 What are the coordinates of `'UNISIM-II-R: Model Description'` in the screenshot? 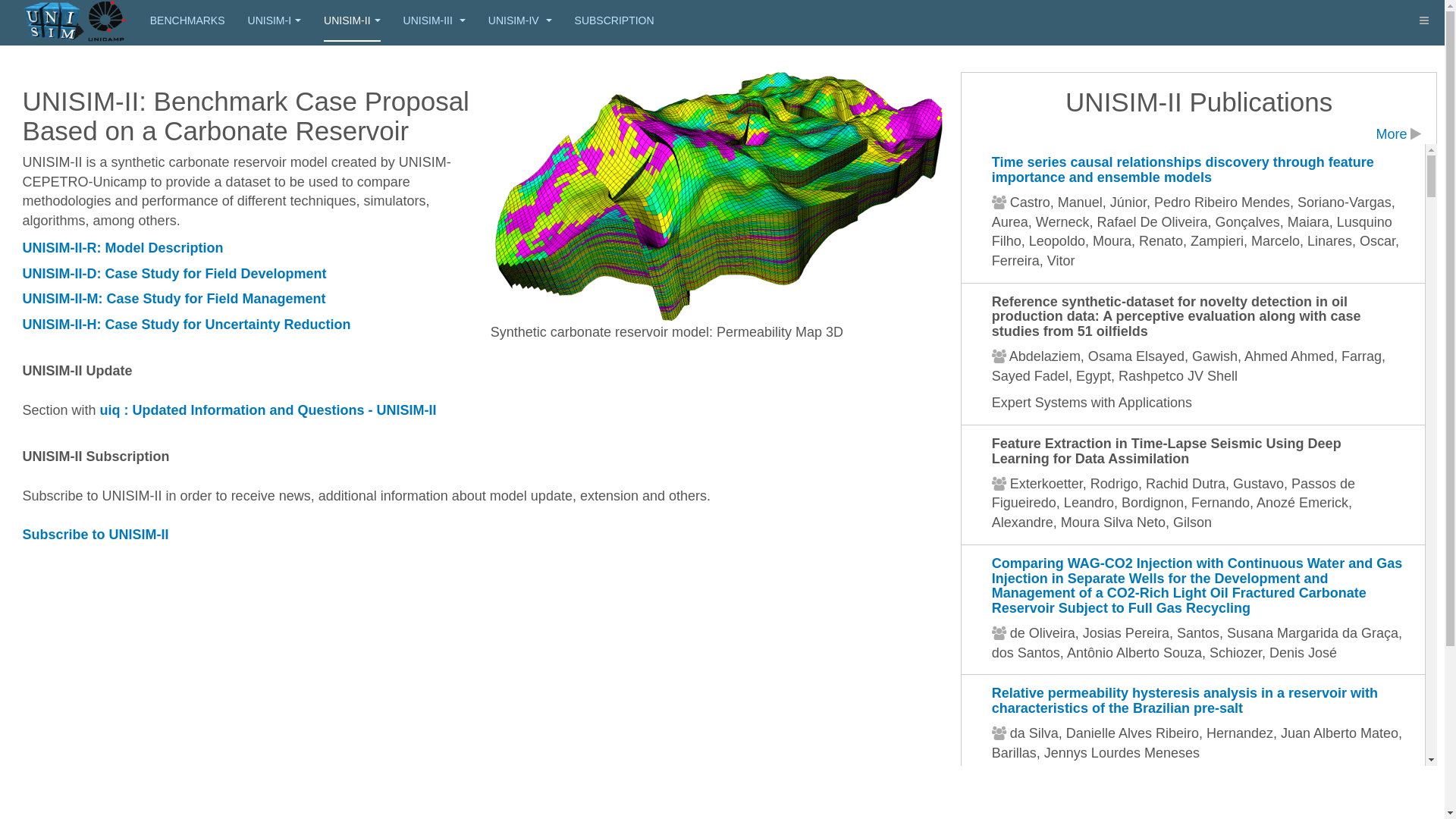 It's located at (123, 247).